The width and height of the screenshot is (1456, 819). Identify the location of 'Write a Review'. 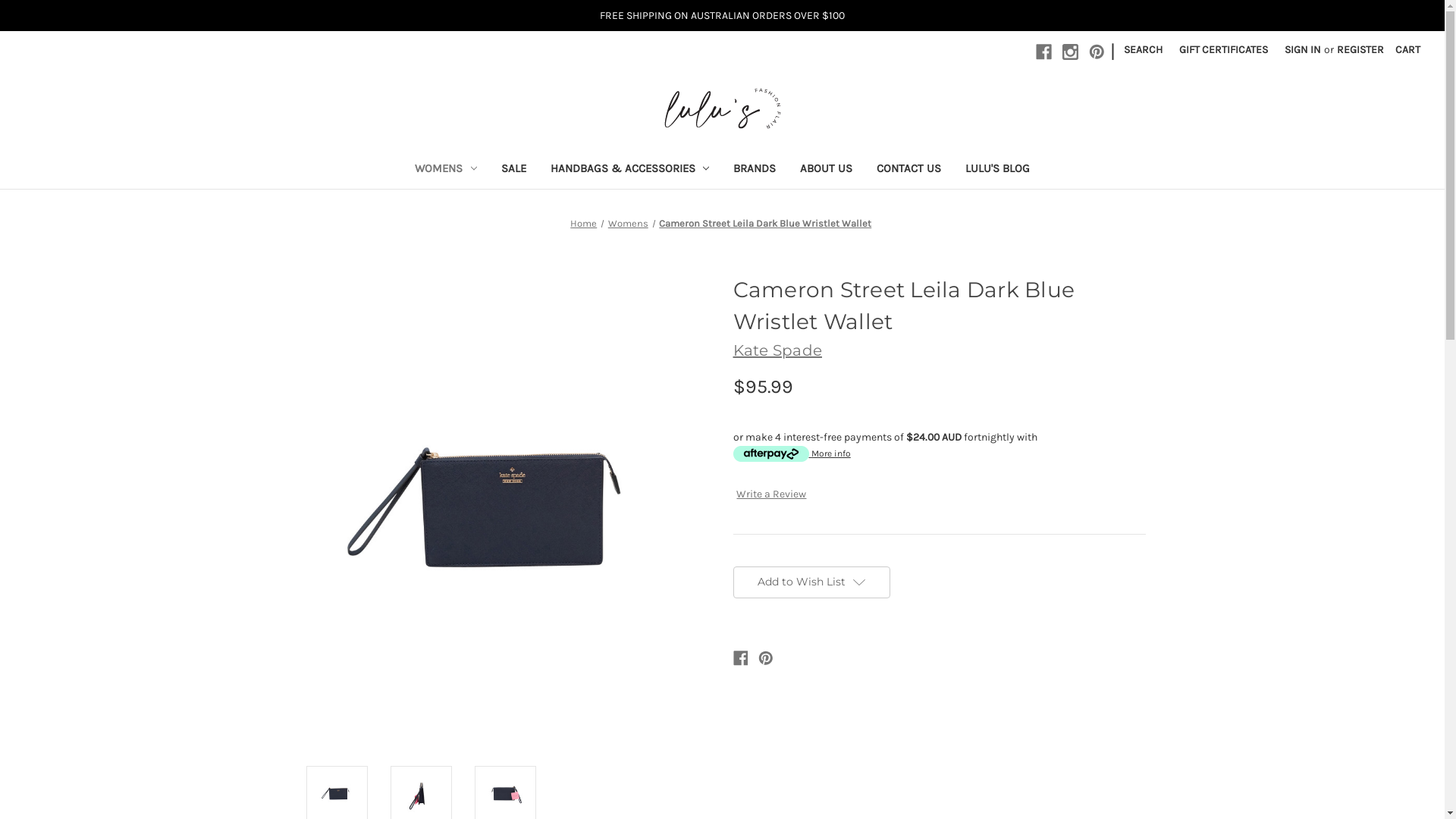
(736, 494).